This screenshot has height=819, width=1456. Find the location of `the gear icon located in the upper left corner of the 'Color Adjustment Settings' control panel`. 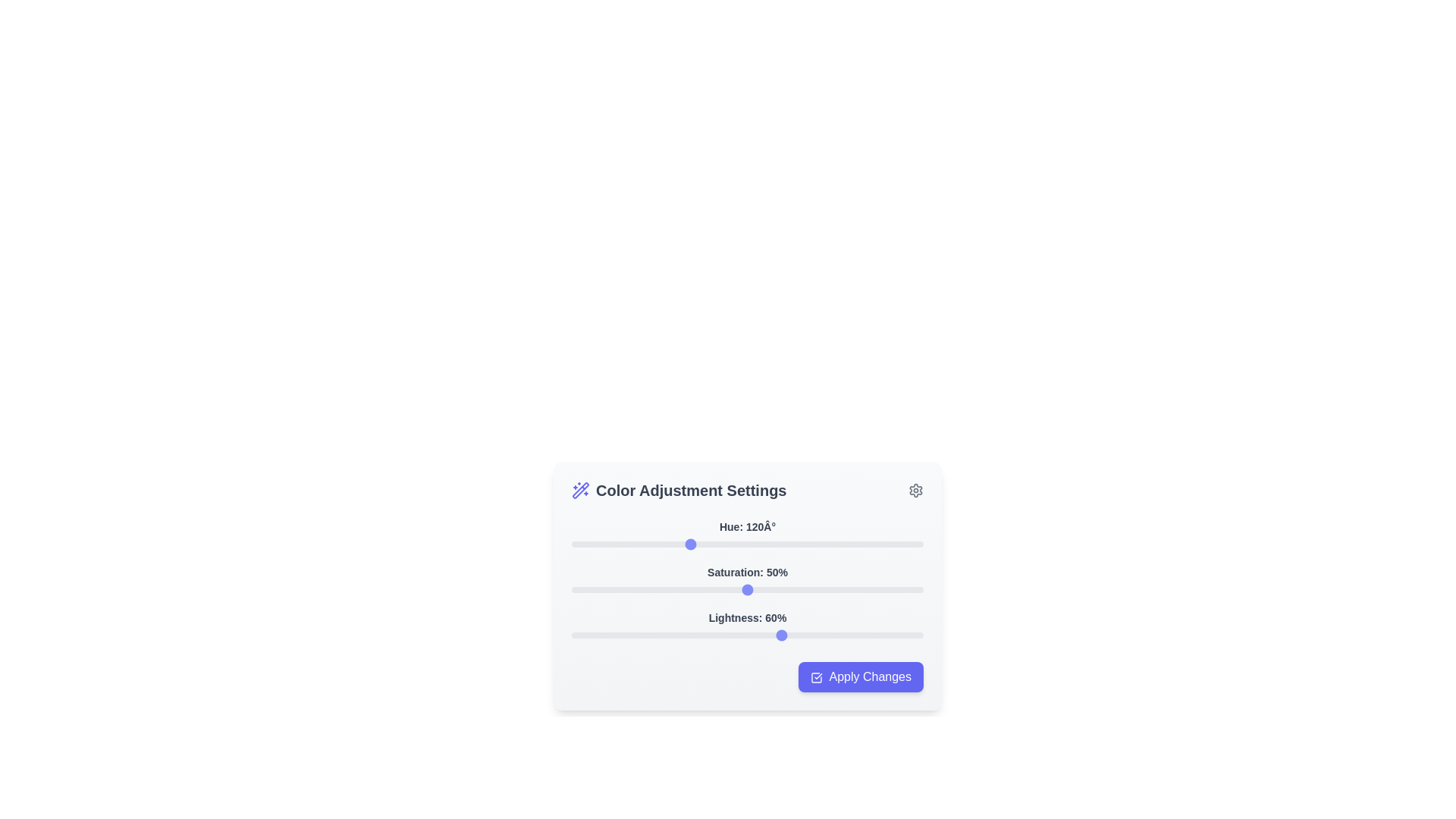

the gear icon located in the upper left corner of the 'Color Adjustment Settings' control panel is located at coordinates (915, 491).